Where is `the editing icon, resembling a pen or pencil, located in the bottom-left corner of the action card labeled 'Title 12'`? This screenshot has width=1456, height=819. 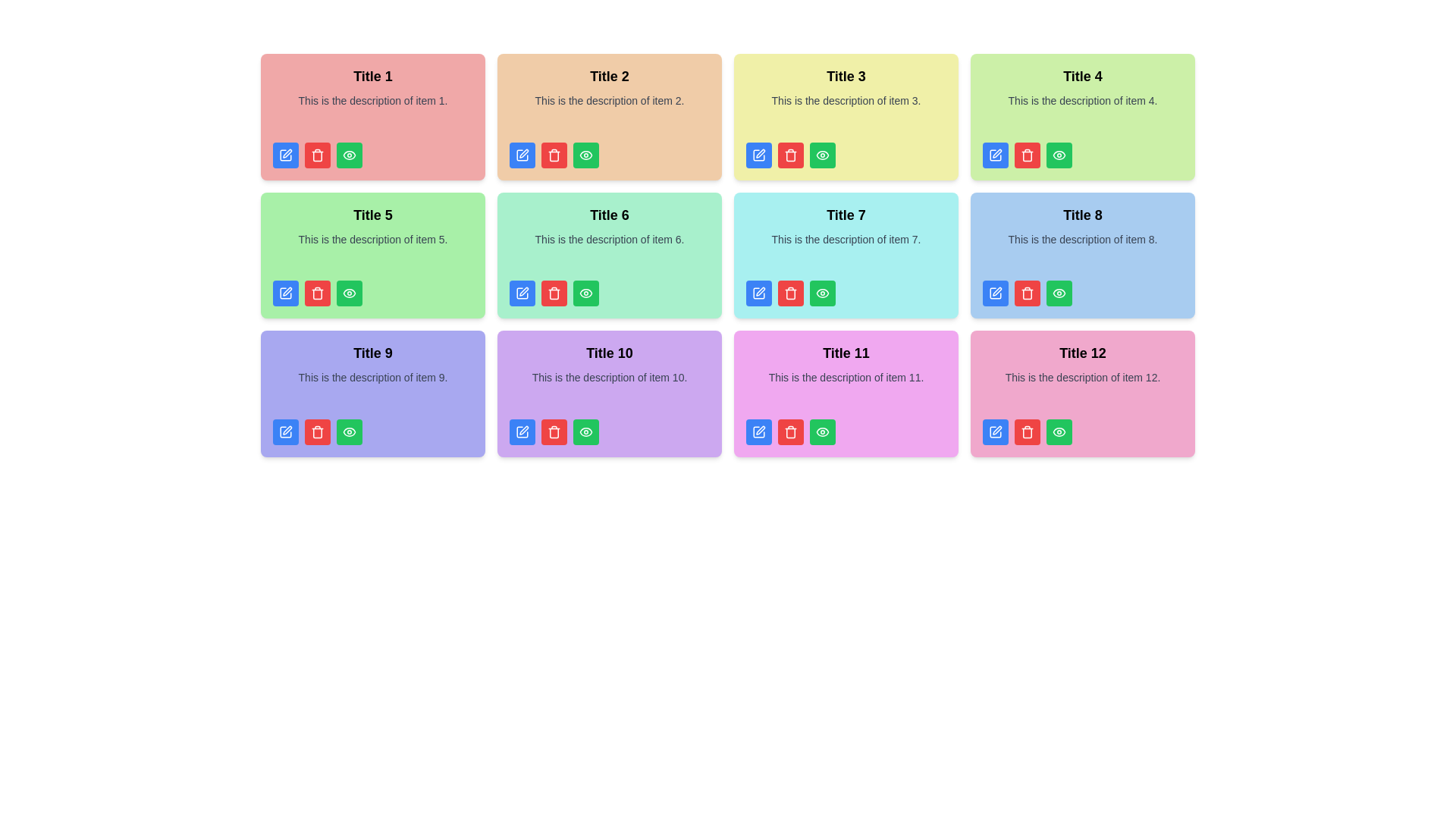 the editing icon, resembling a pen or pencil, located in the bottom-left corner of the action card labeled 'Title 12' is located at coordinates (996, 431).